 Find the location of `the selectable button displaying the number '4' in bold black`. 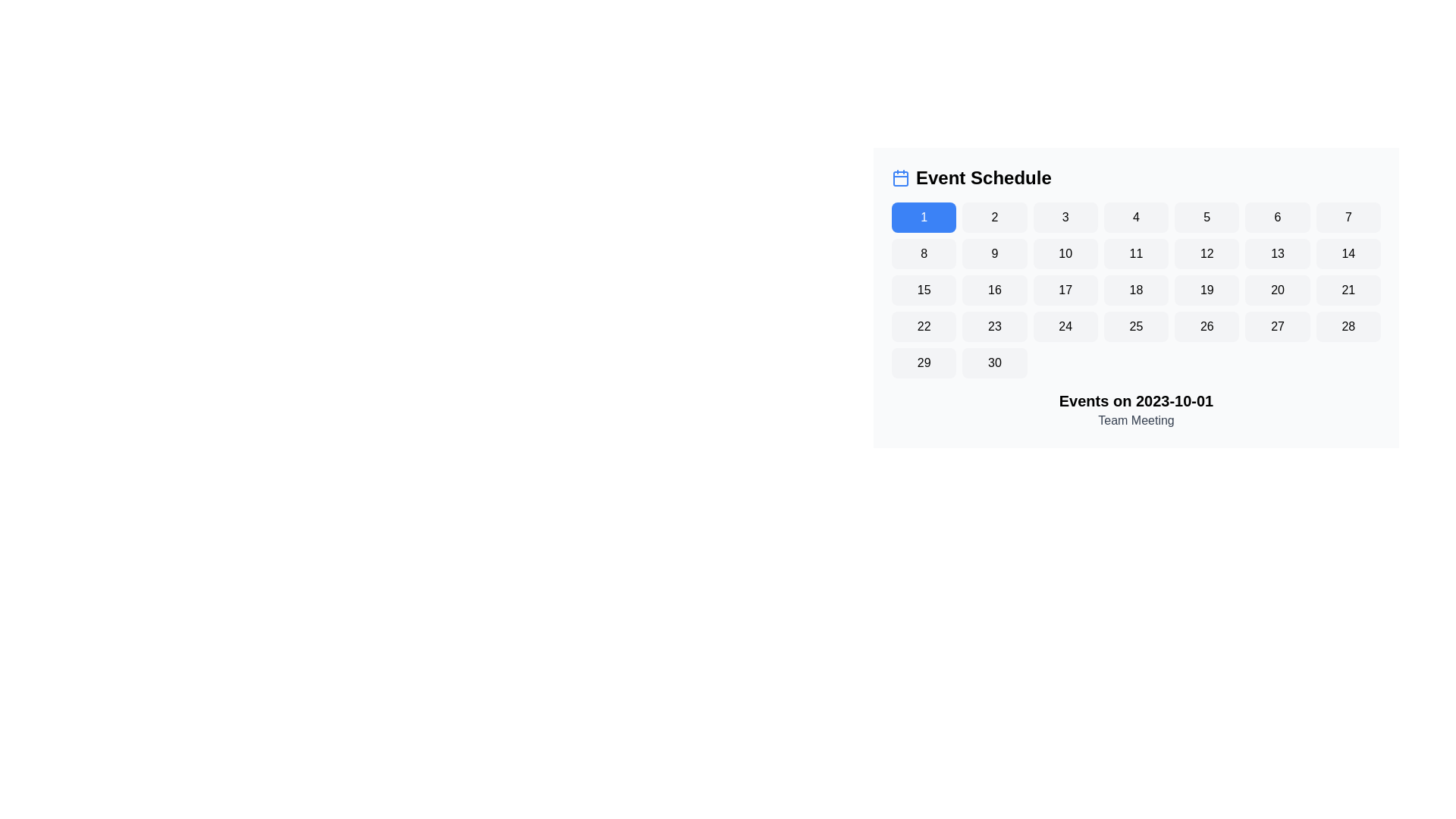

the selectable button displaying the number '4' in bold black is located at coordinates (1136, 217).